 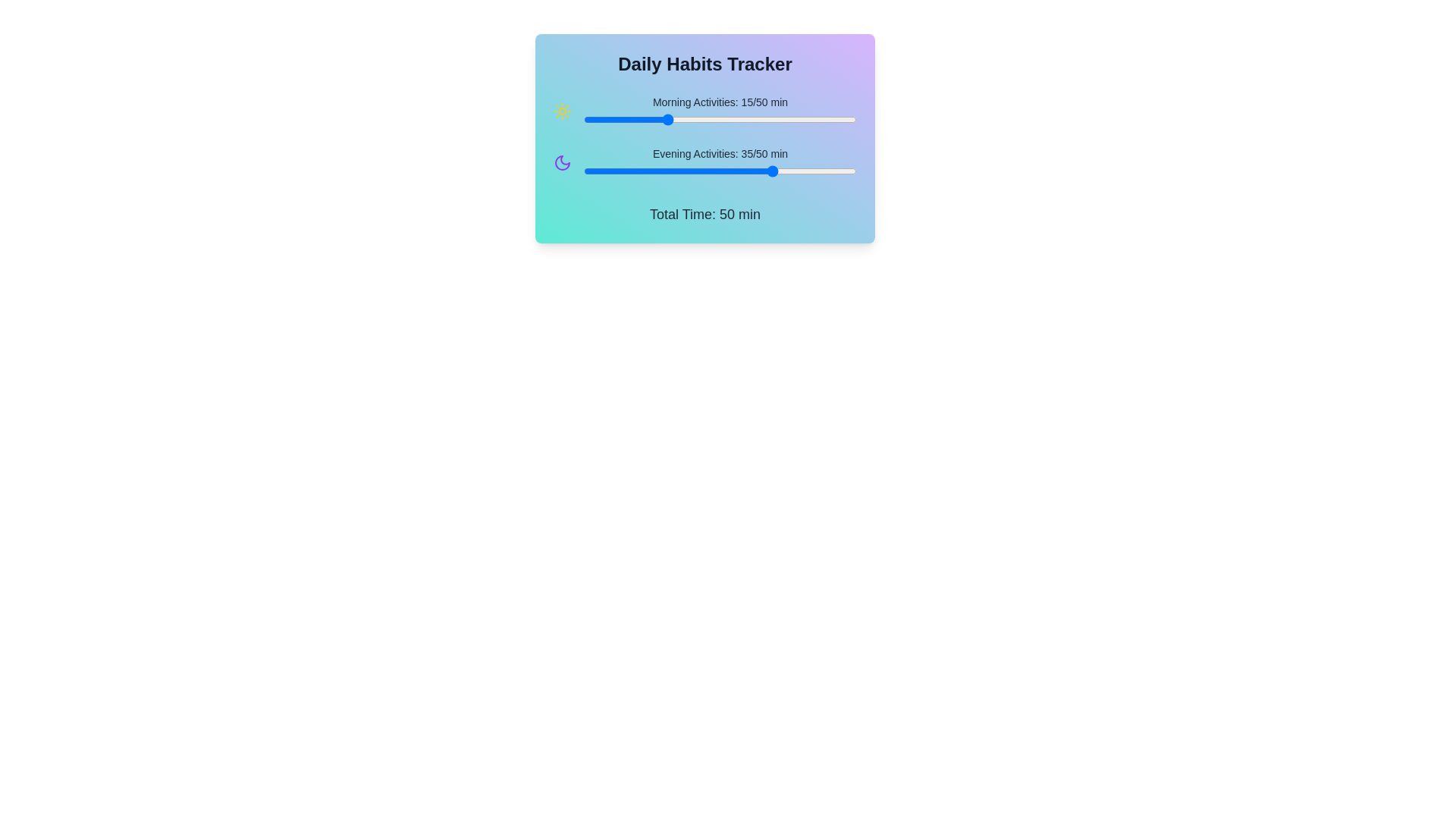 I want to click on evening activity time, so click(x=708, y=171).